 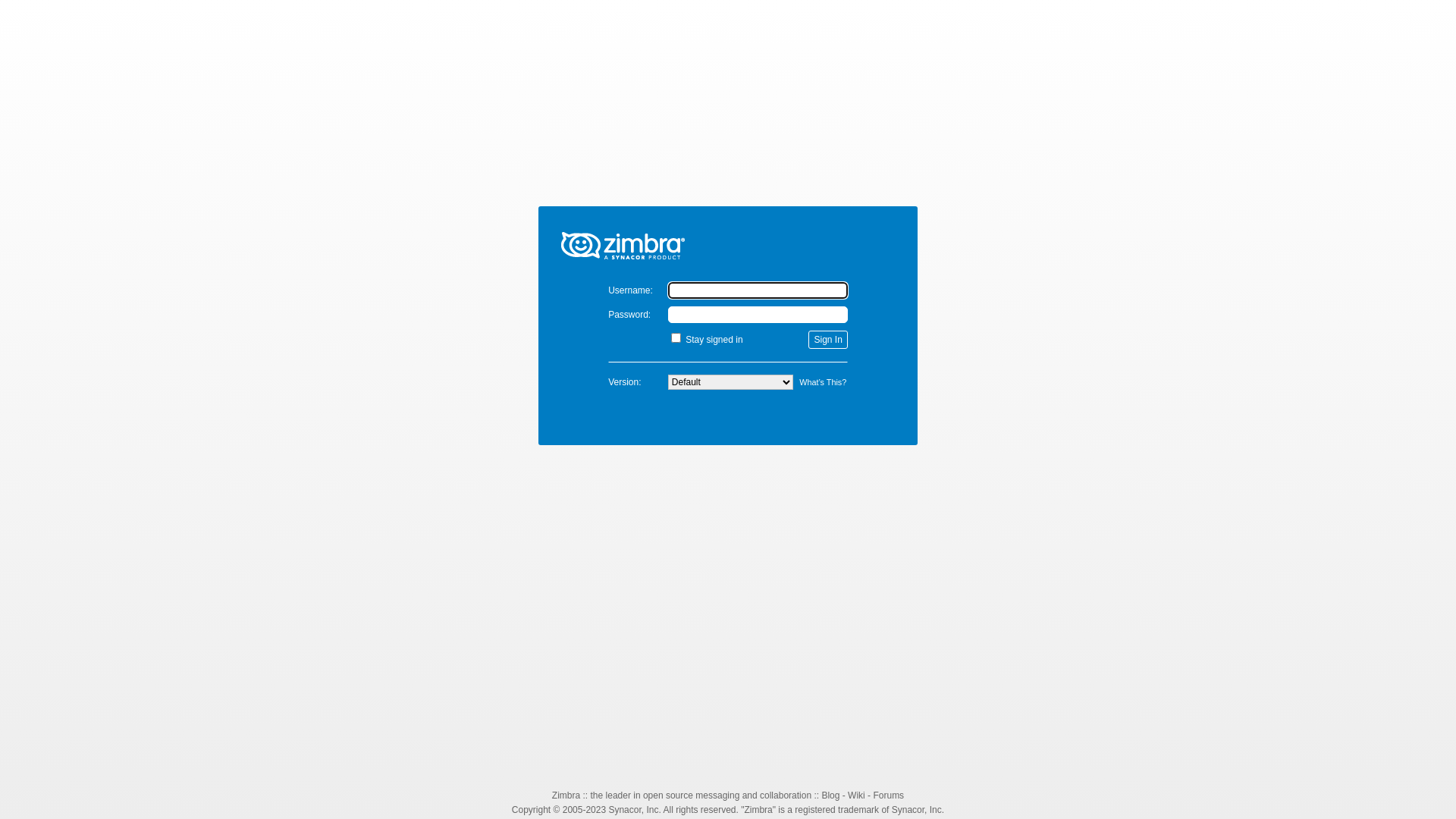 What do you see at coordinates (821, 795) in the screenshot?
I see `'Blog'` at bounding box center [821, 795].